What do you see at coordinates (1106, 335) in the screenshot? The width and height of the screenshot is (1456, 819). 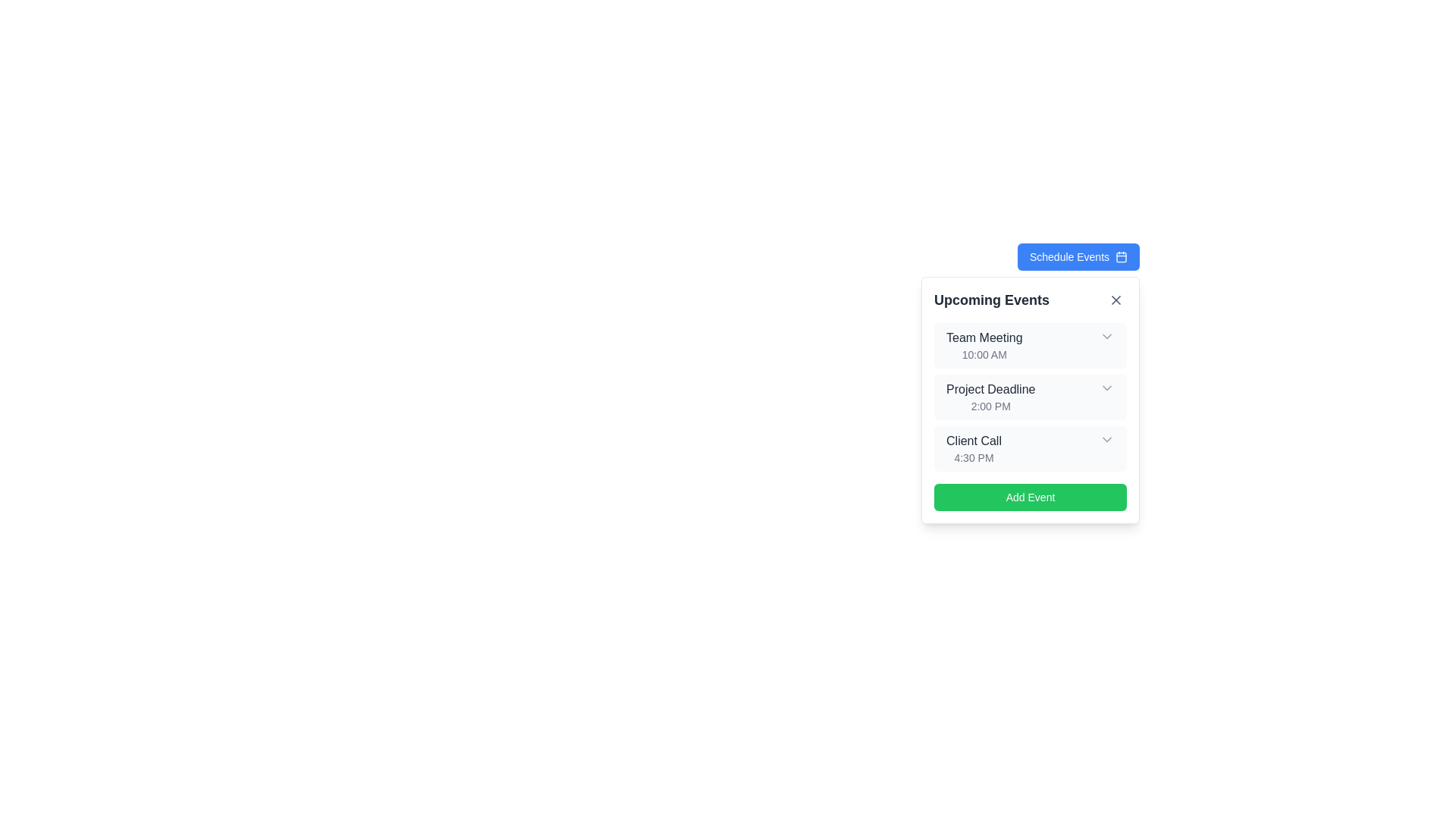 I see `the downward-pointing chevron icon representing a dropdown toggle` at bounding box center [1106, 335].